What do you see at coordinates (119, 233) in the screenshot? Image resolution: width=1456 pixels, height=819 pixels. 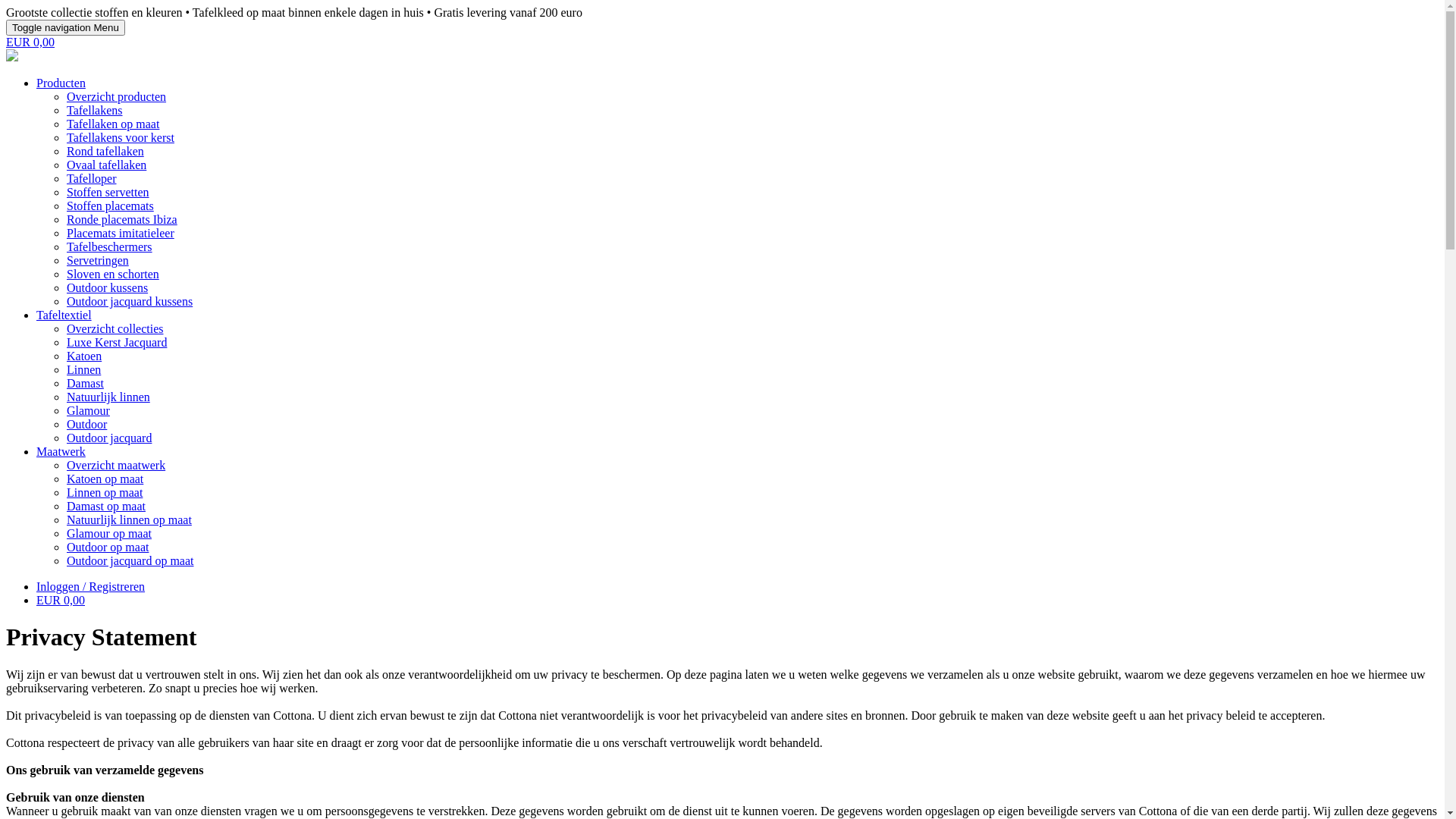 I see `'Placemats imitatieleer'` at bounding box center [119, 233].